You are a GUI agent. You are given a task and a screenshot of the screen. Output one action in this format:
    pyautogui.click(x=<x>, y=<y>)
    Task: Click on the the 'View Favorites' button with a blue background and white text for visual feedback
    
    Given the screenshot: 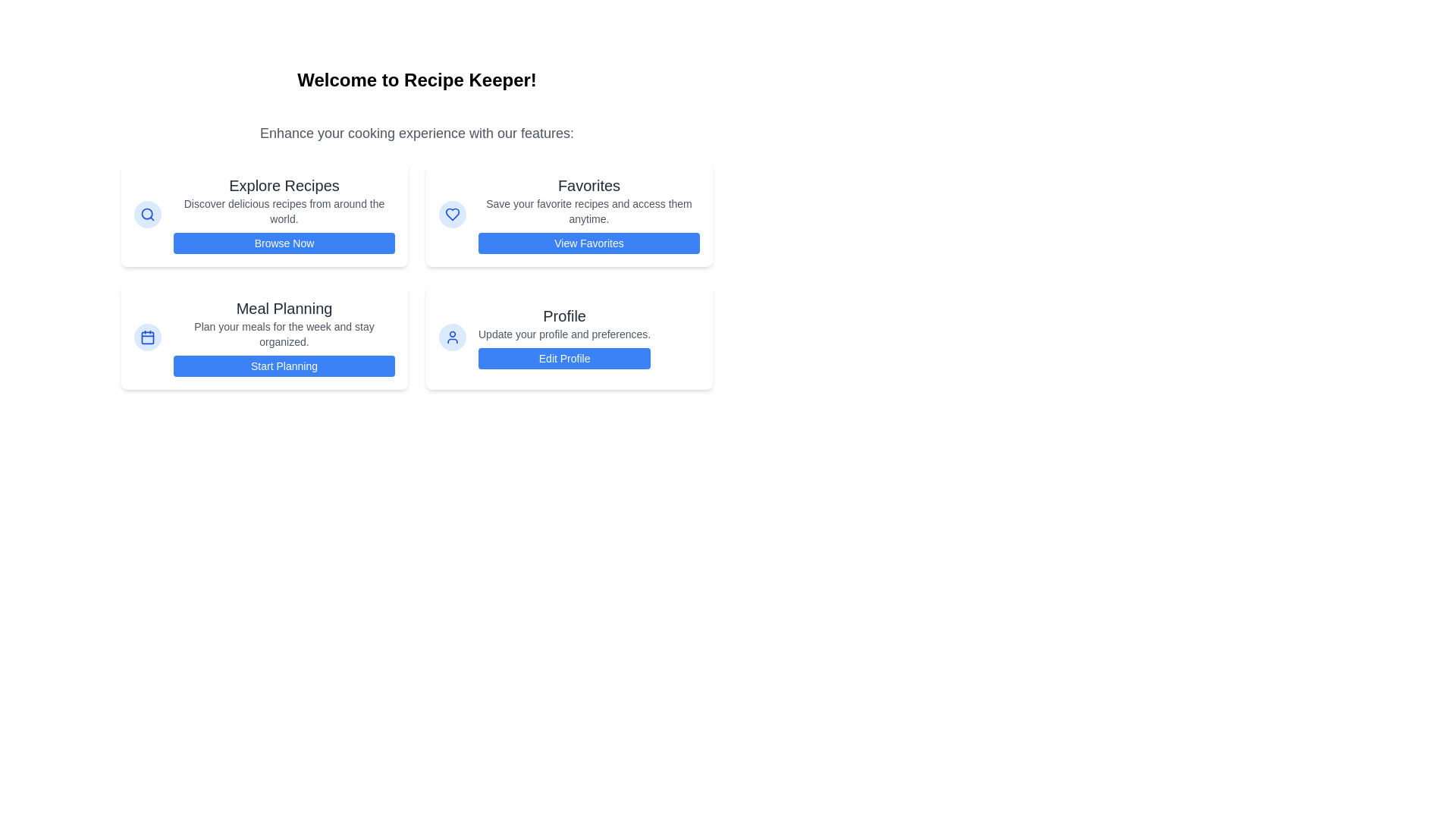 What is the action you would take?
    pyautogui.click(x=588, y=242)
    